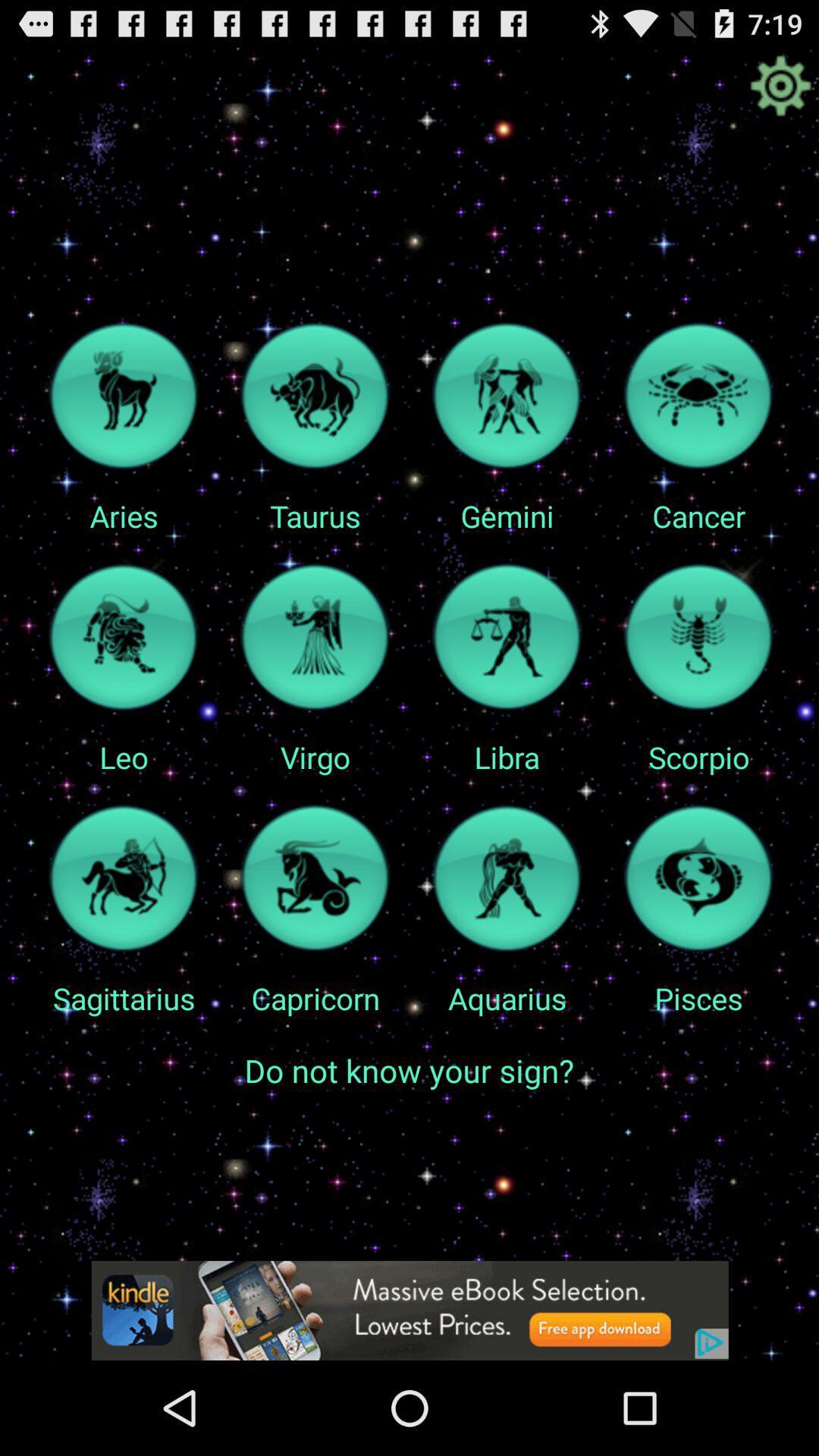 This screenshot has width=819, height=1456. I want to click on settings, so click(780, 85).